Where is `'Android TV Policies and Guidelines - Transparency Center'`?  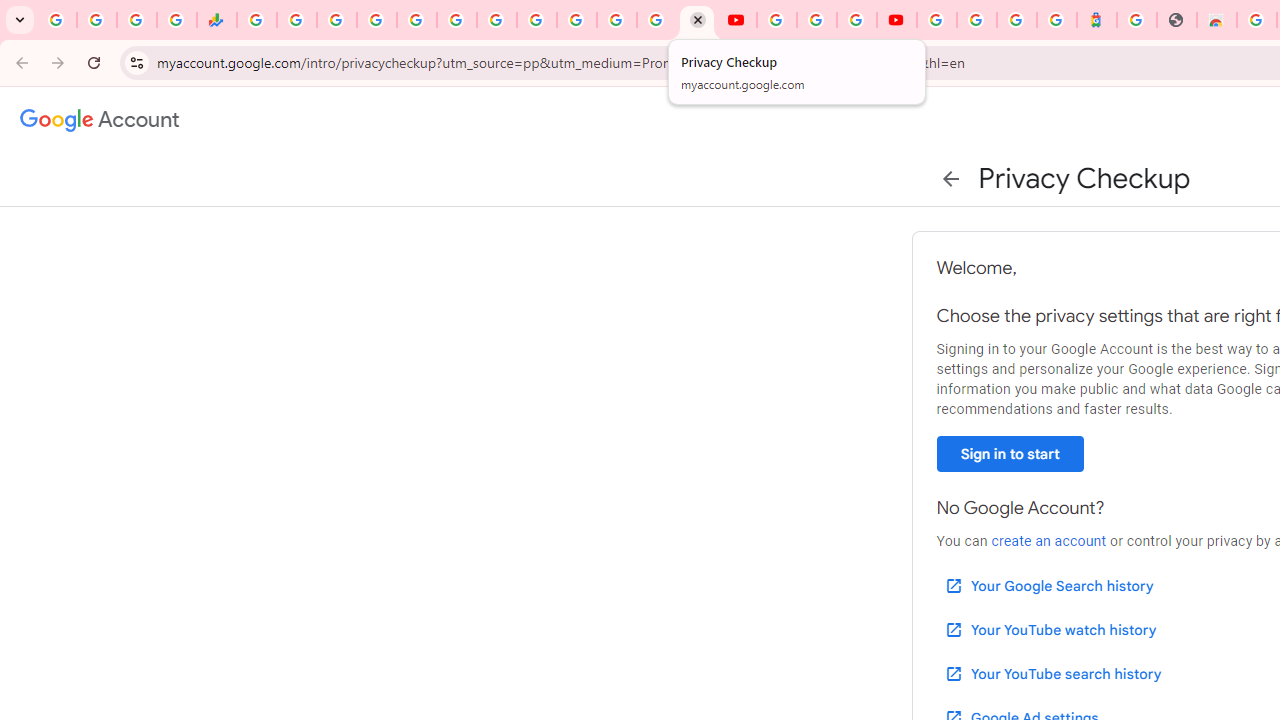
'Android TV Policies and Guidelines - Transparency Center' is located at coordinates (497, 20).